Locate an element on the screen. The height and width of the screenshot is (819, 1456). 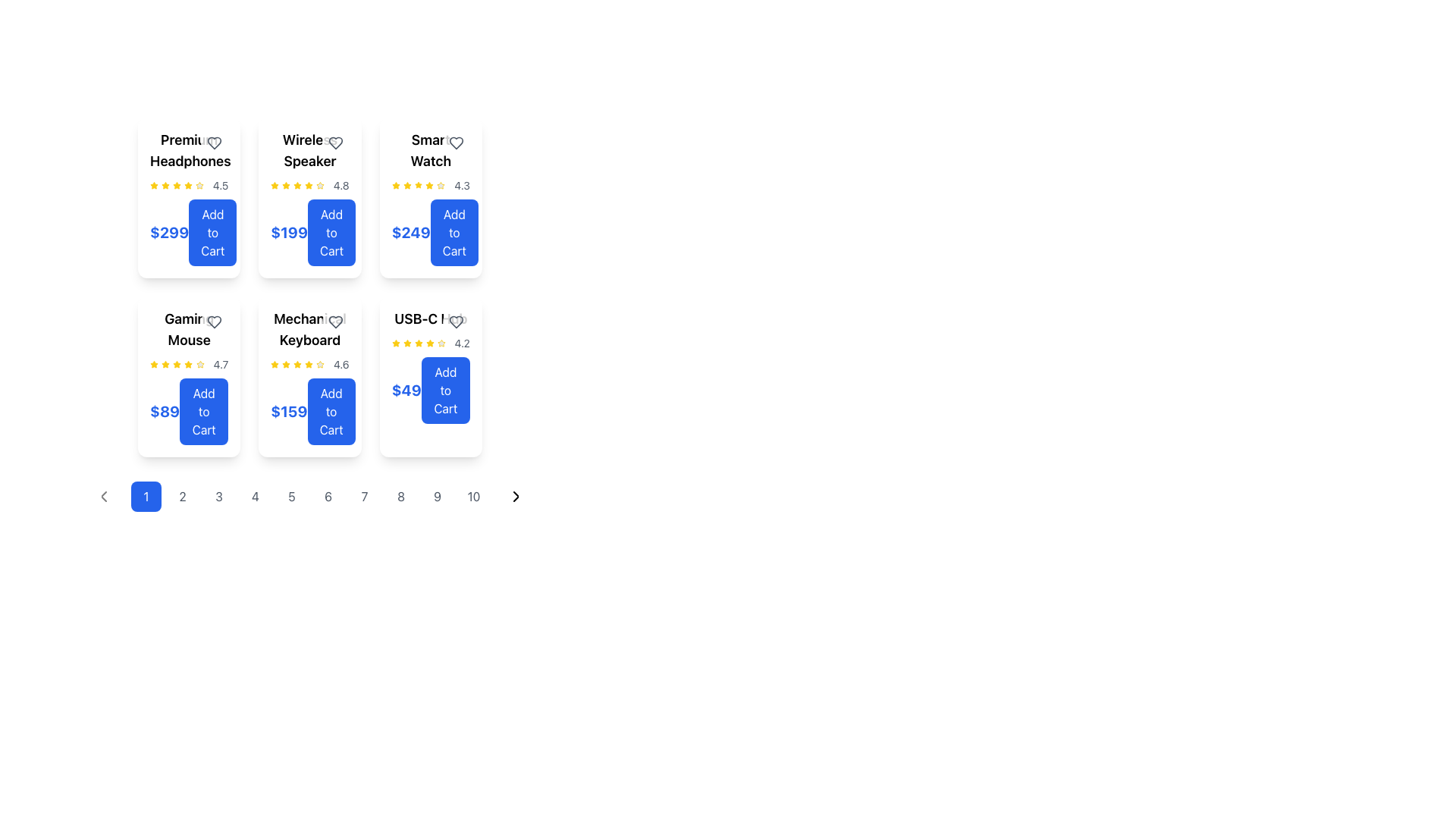
the sixth yellow star icon in the rating system of the 'Smart Watch' product card, located under the product title and above the Add to Cart button is located at coordinates (428, 185).